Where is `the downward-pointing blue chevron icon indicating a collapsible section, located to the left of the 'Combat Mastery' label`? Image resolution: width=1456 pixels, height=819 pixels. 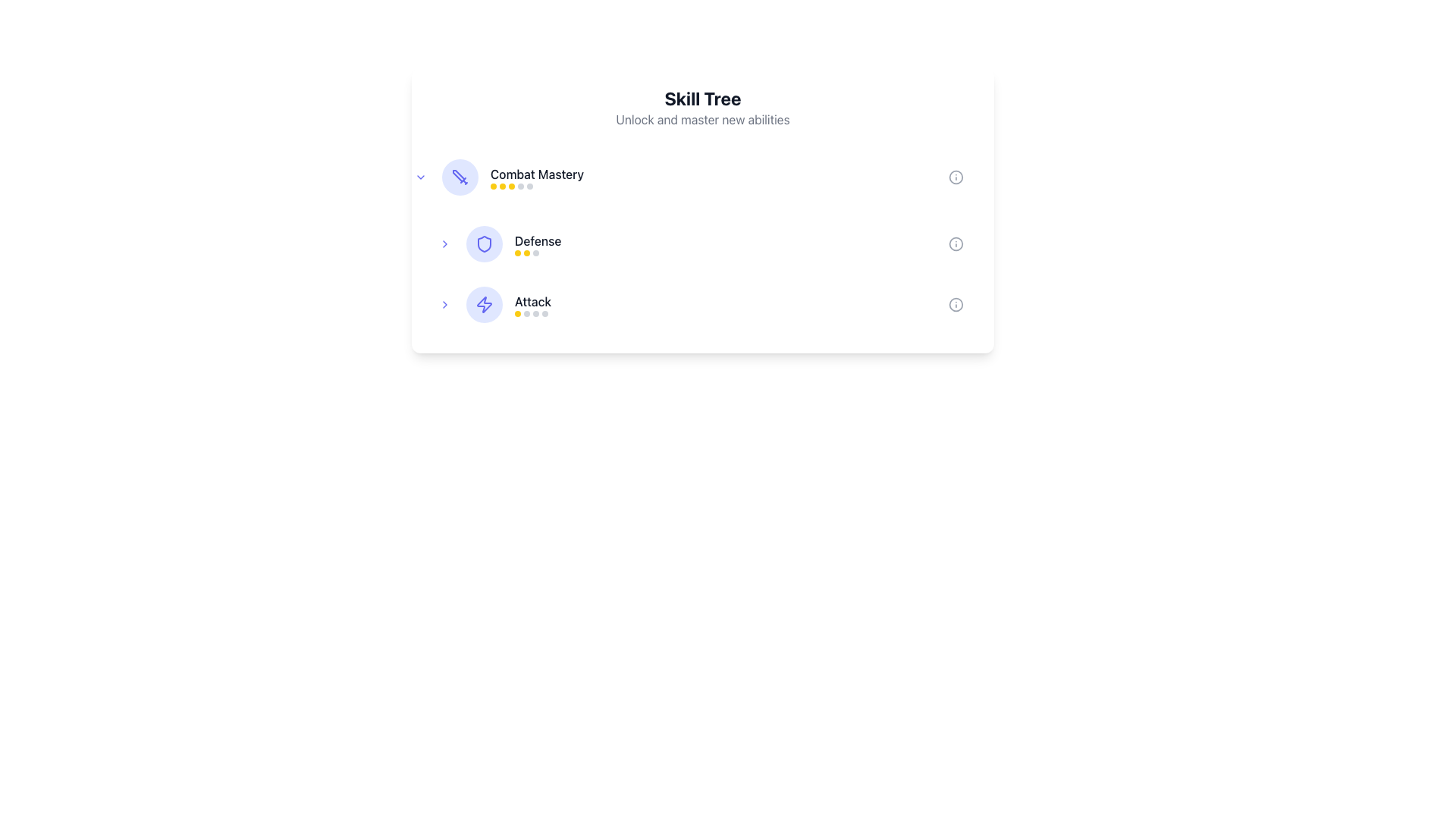
the downward-pointing blue chevron icon indicating a collapsible section, located to the left of the 'Combat Mastery' label is located at coordinates (421, 177).